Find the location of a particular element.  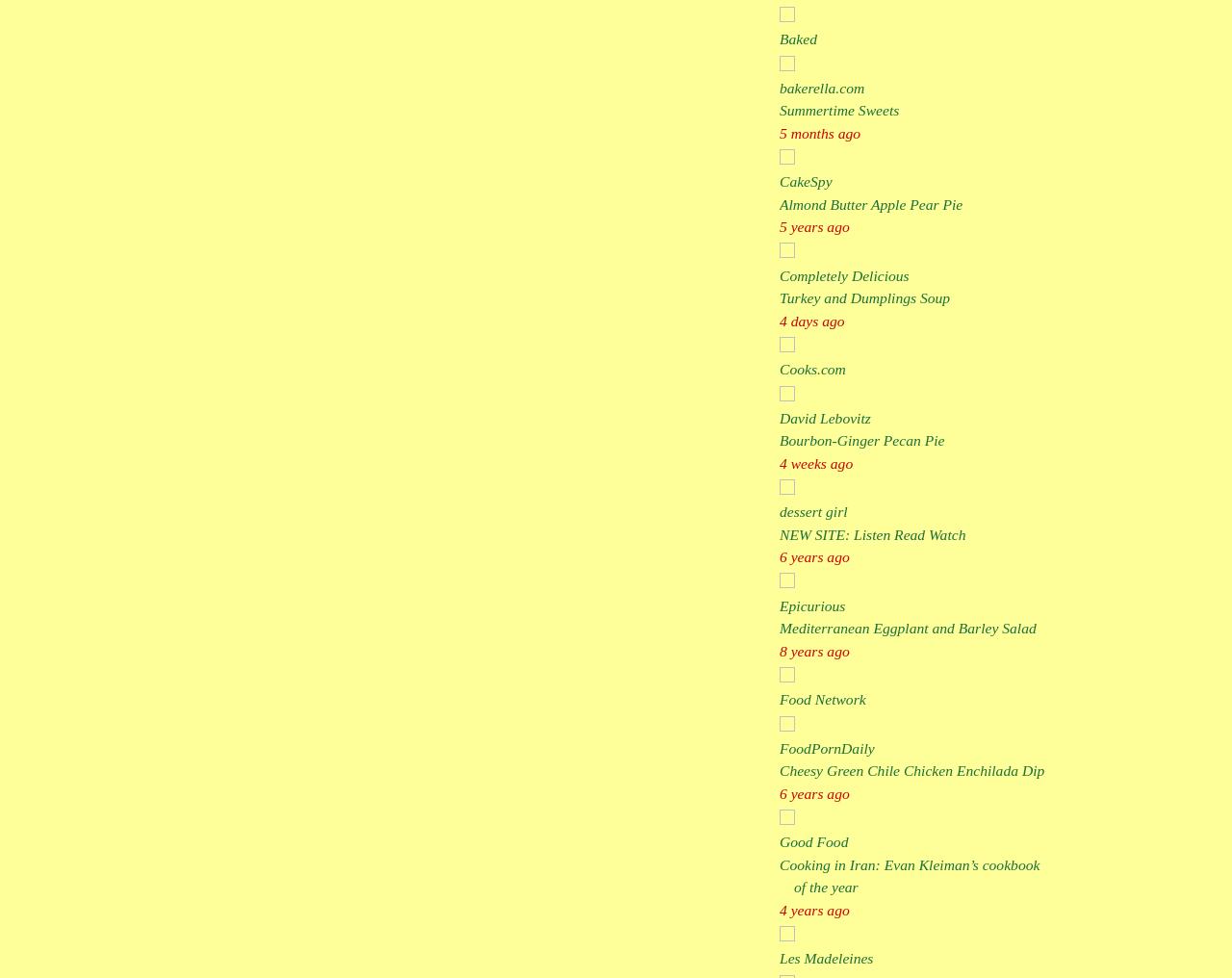

'CakeSpy' is located at coordinates (805, 180).